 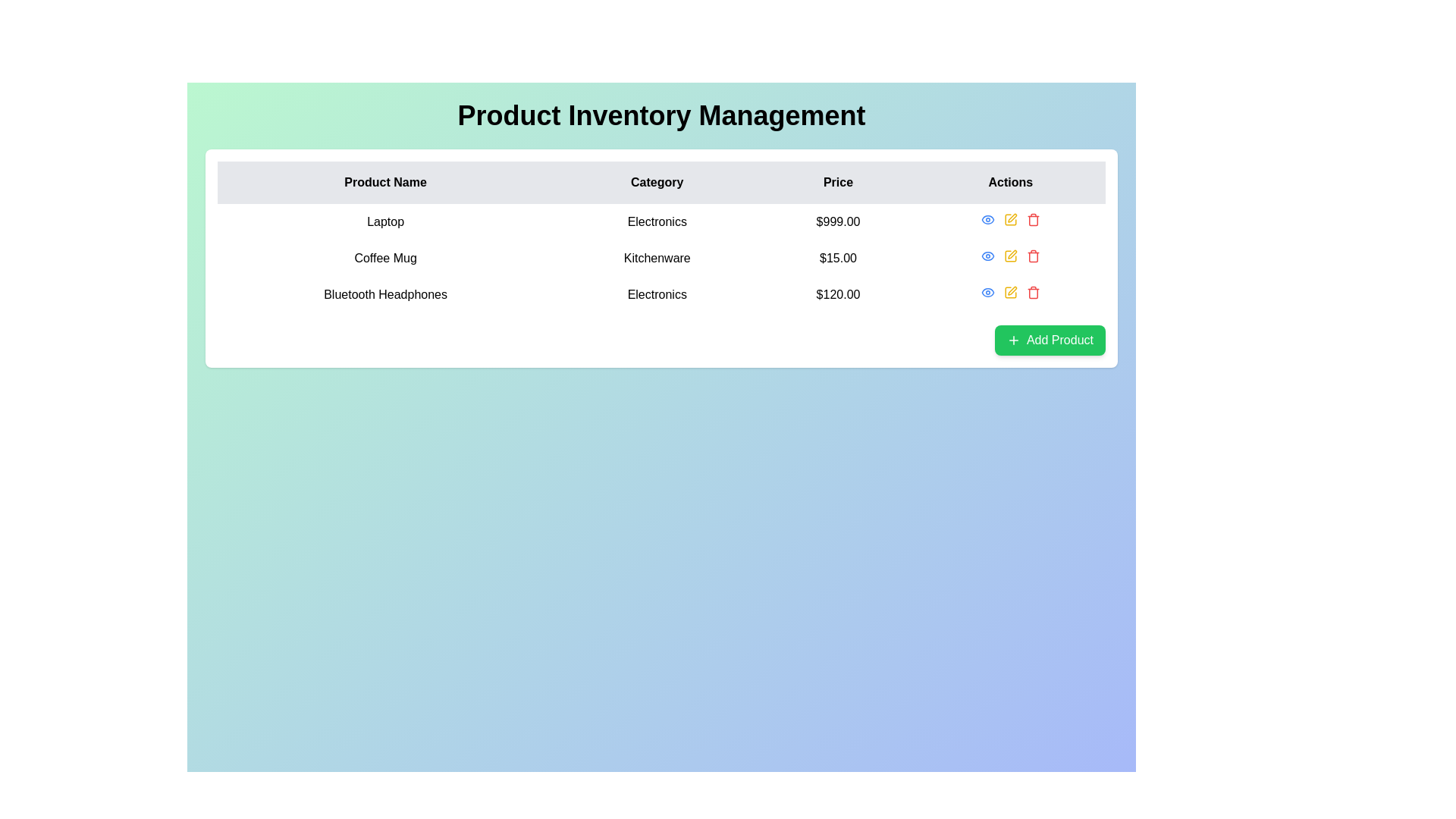 What do you see at coordinates (661, 222) in the screenshot?
I see `information displayed in the first row of the inventory table, which is located directly above the row featuring 'Coffee Mug'` at bounding box center [661, 222].